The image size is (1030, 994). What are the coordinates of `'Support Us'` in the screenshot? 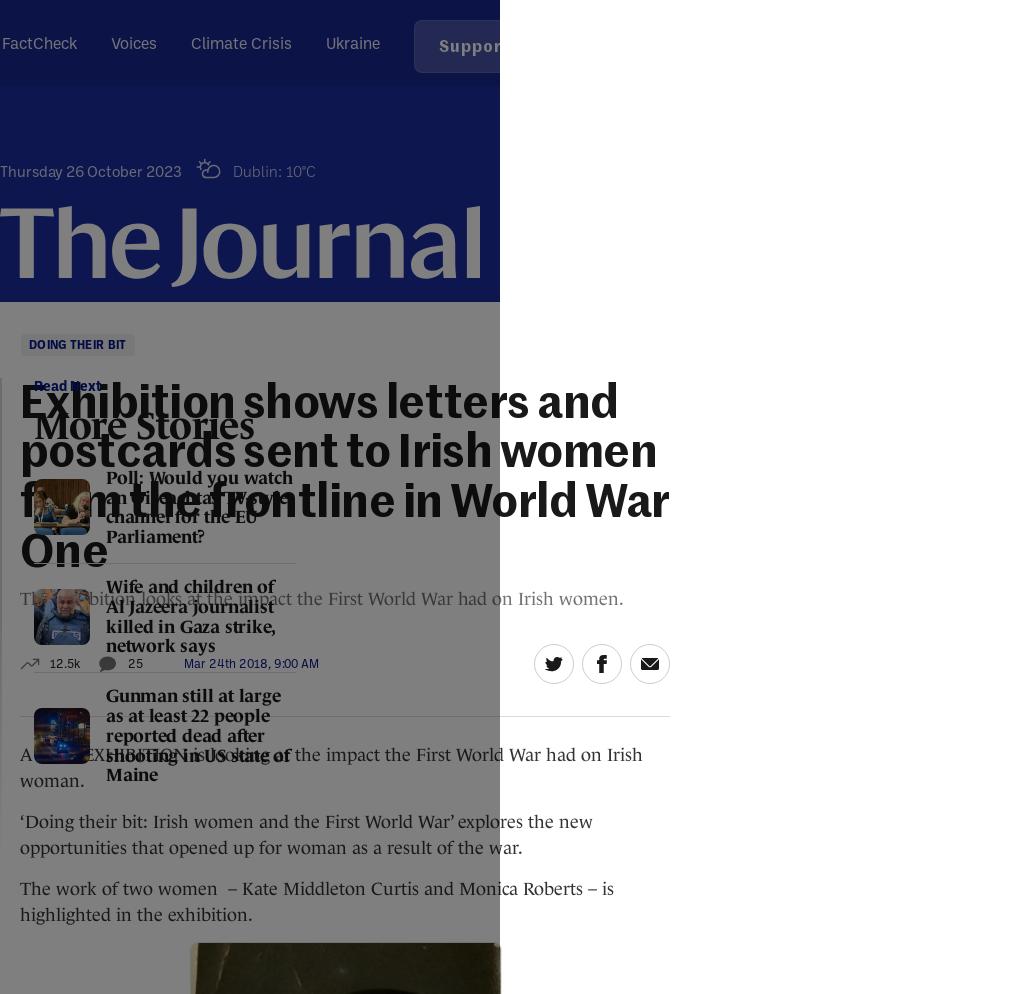 It's located at (485, 46).